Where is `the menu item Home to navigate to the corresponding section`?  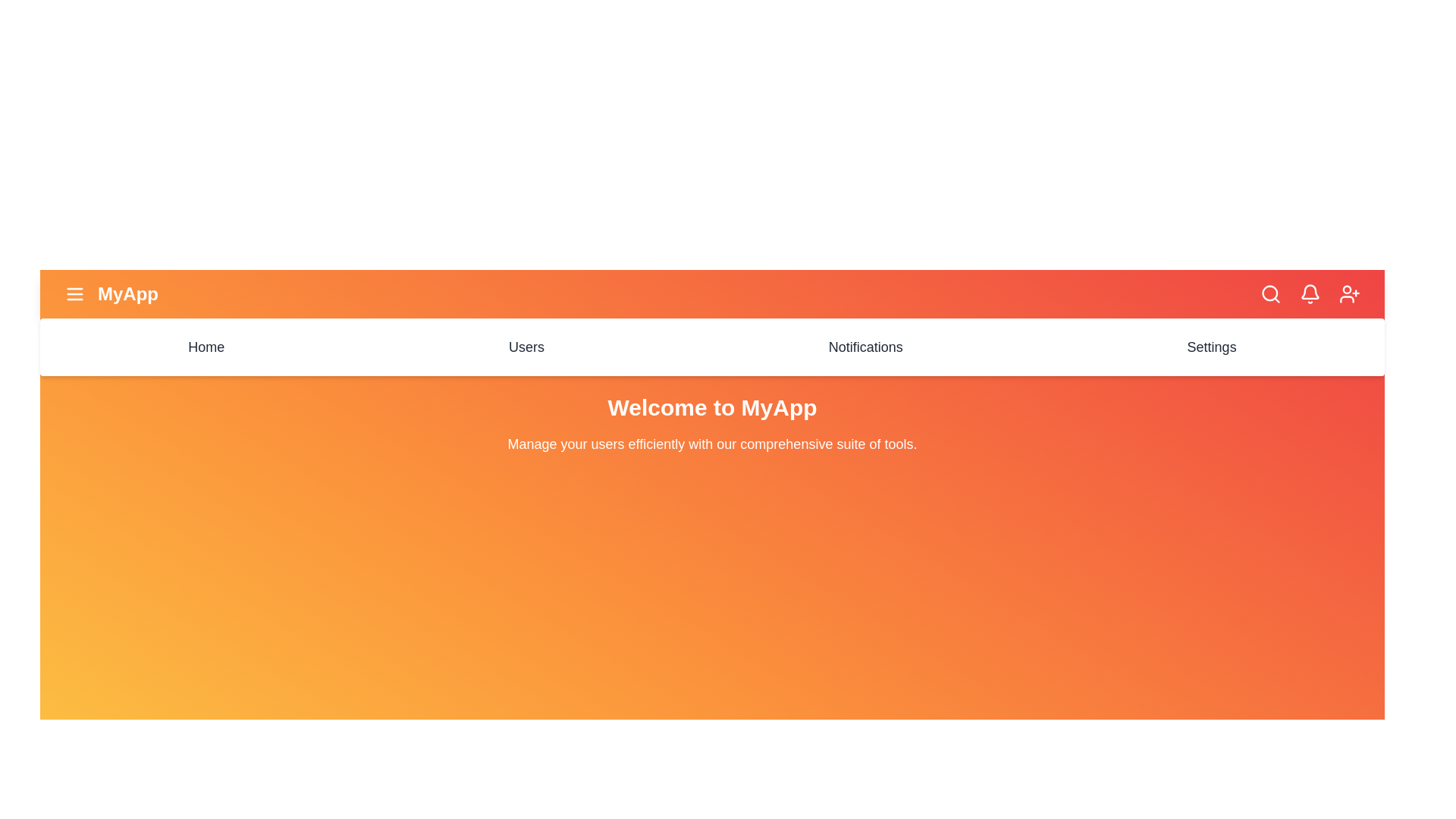
the menu item Home to navigate to the corresponding section is located at coordinates (206, 347).